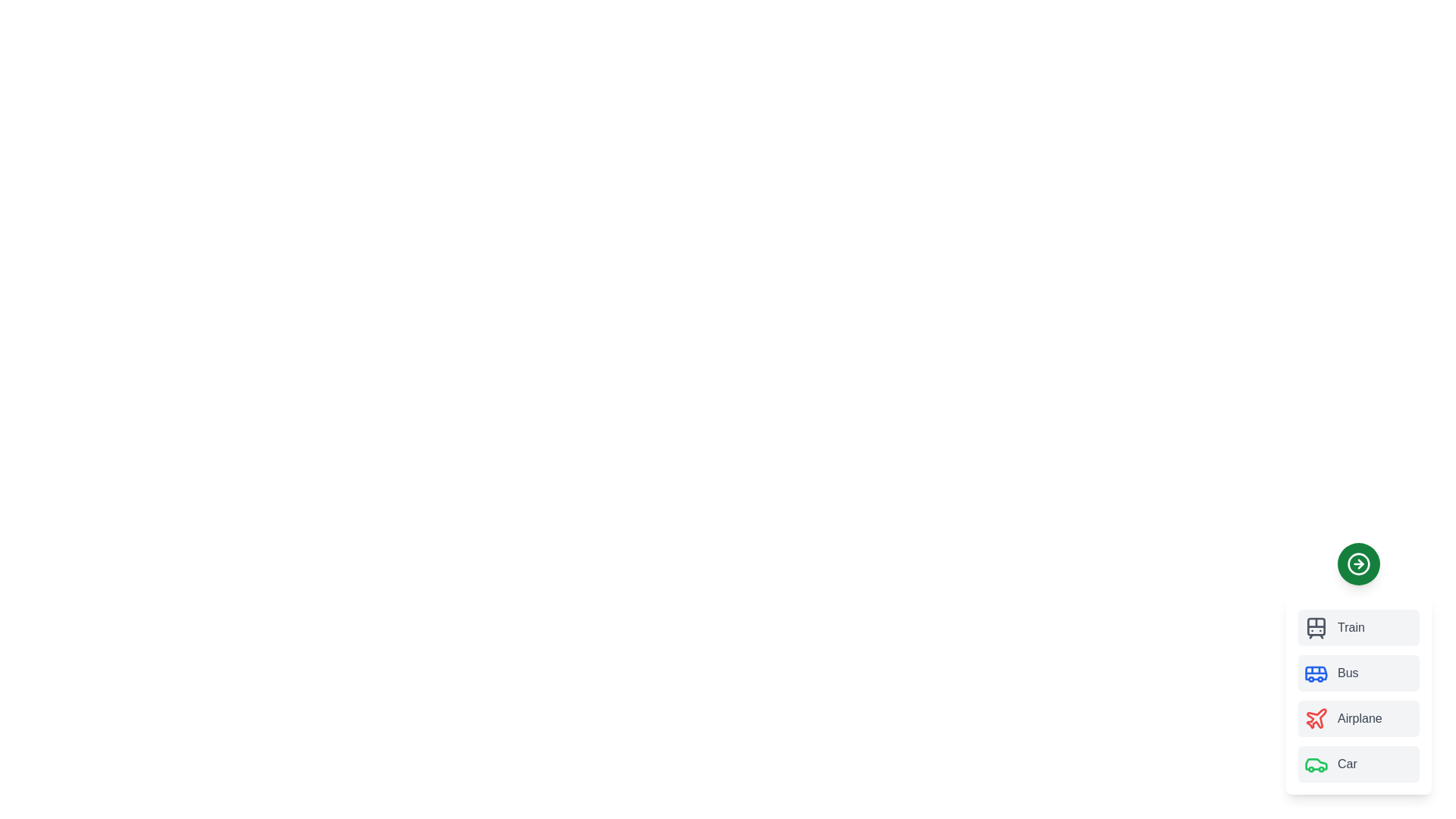  Describe the element at coordinates (1358, 764) in the screenshot. I see `the transport mode Car by clicking on its corresponding item in the list` at that location.